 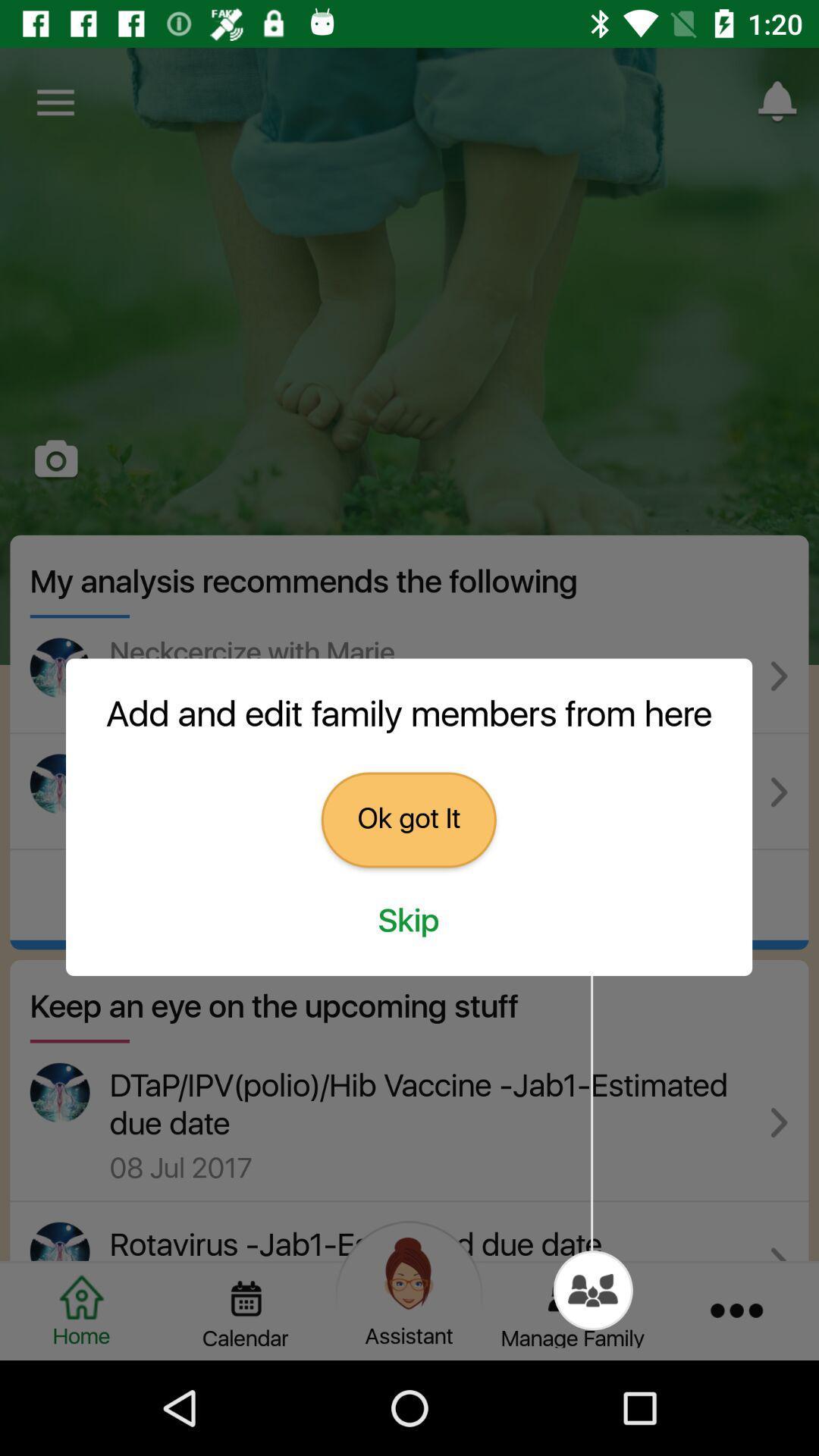 What do you see at coordinates (408, 921) in the screenshot?
I see `the skip` at bounding box center [408, 921].